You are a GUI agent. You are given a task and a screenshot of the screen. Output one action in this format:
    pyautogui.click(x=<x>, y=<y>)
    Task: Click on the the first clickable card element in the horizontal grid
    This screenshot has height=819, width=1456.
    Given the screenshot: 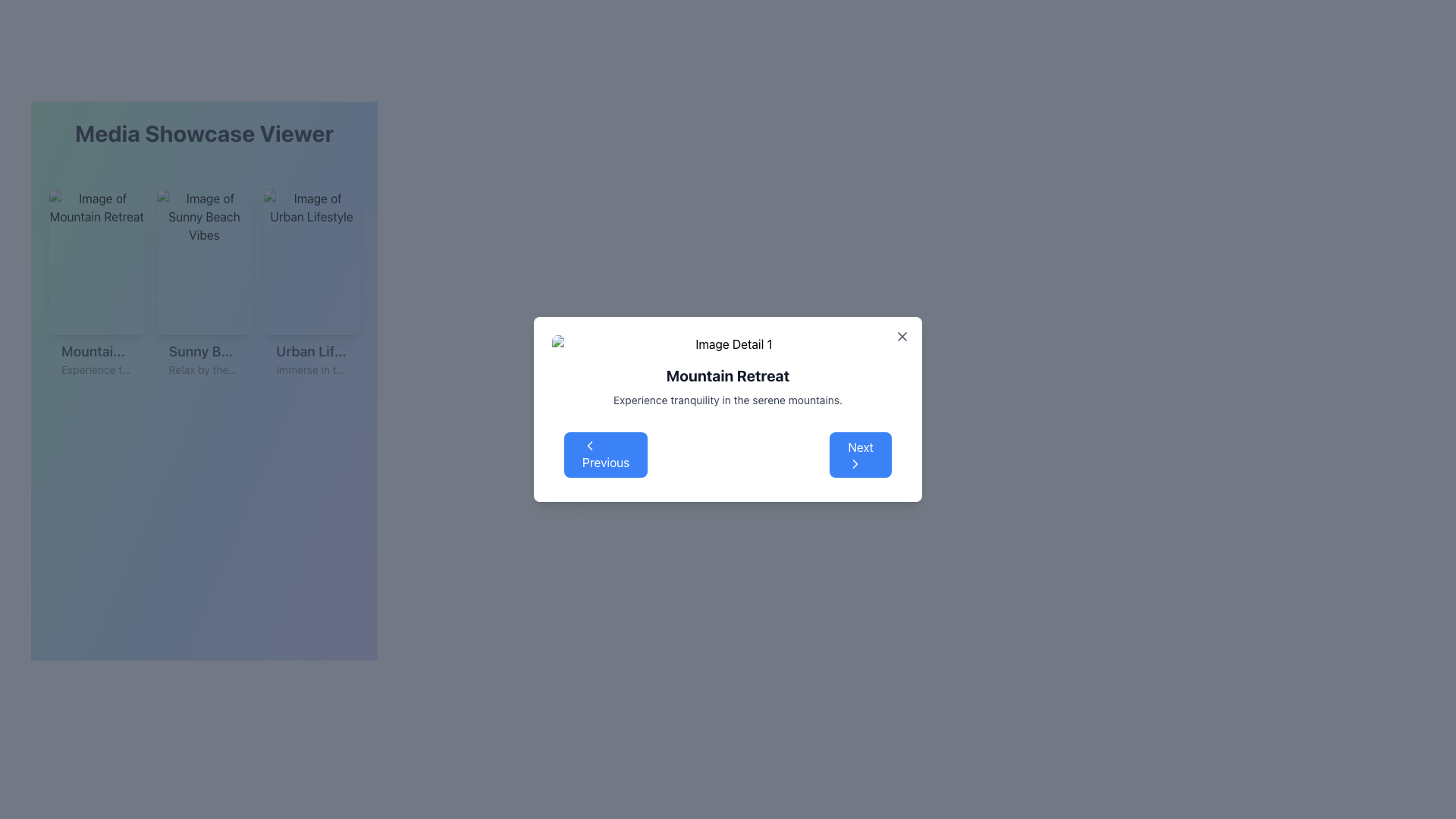 What is the action you would take?
    pyautogui.click(x=96, y=287)
    